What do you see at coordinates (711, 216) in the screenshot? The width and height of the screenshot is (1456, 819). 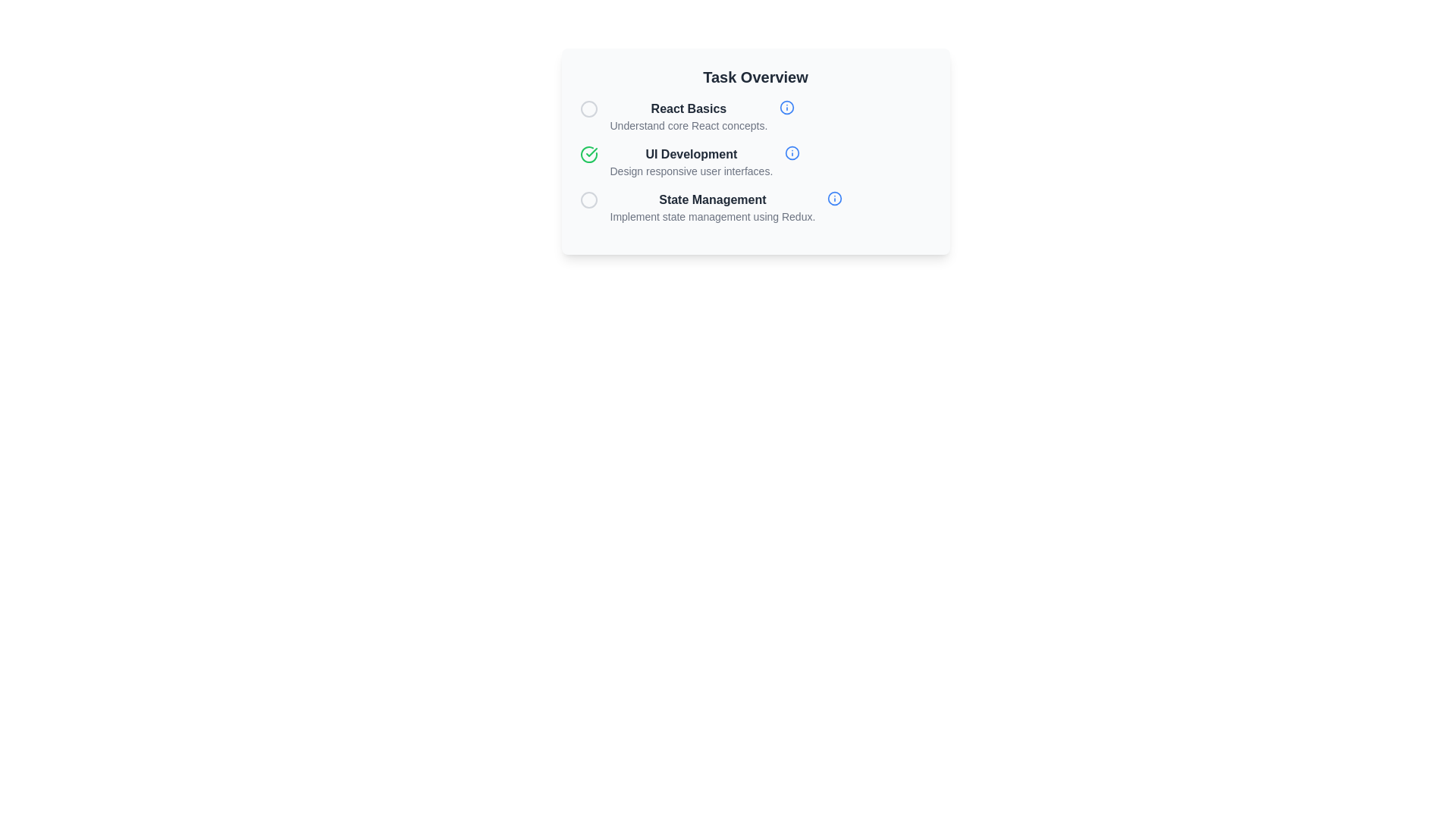 I see `text from the light gray text label that says 'Implement state management using Redux.' located below the 'State Management' header` at bounding box center [711, 216].